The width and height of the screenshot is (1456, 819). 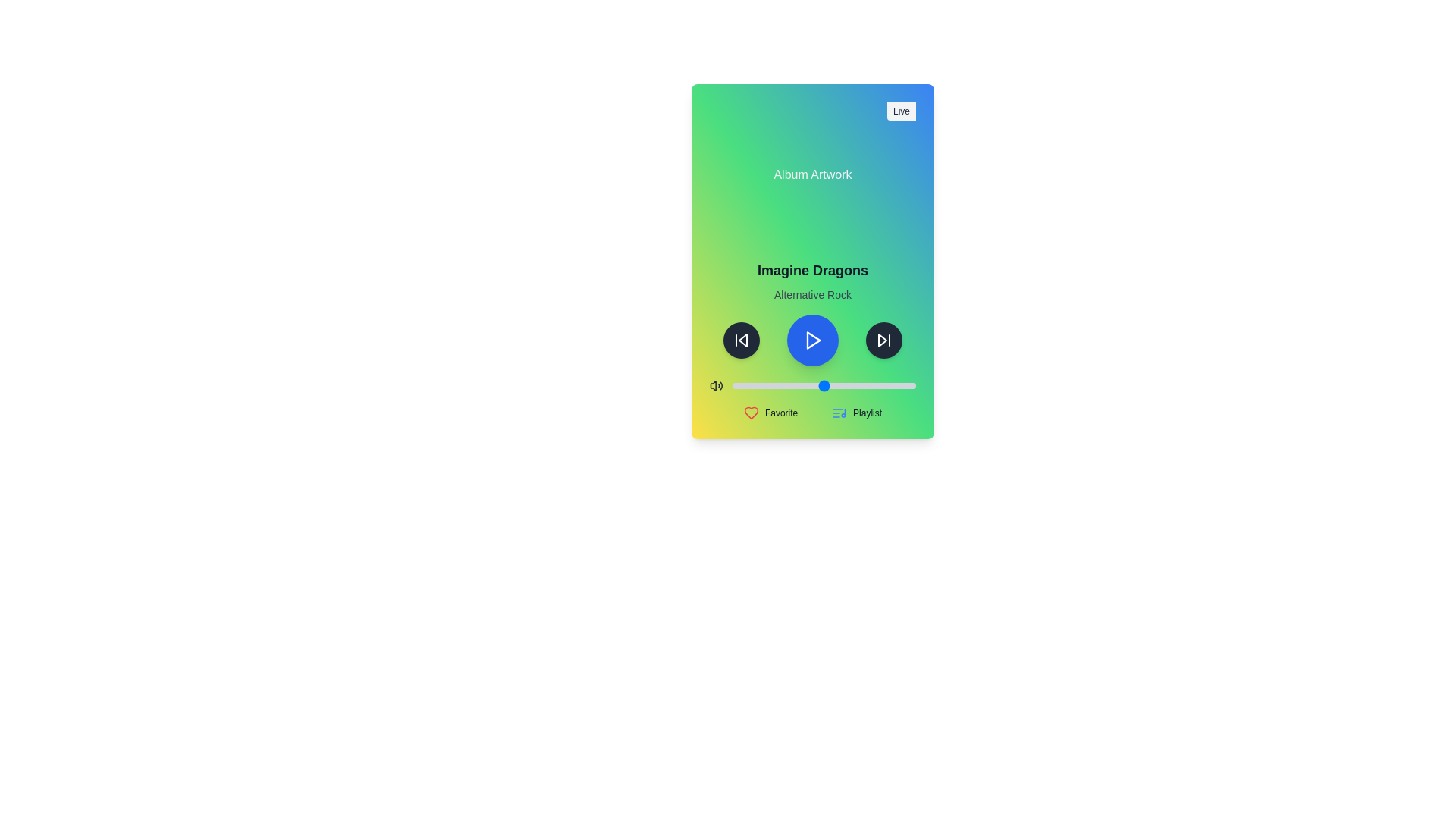 I want to click on the sound or volume icon located at the bottom left of the media player interface, so click(x=715, y=385).